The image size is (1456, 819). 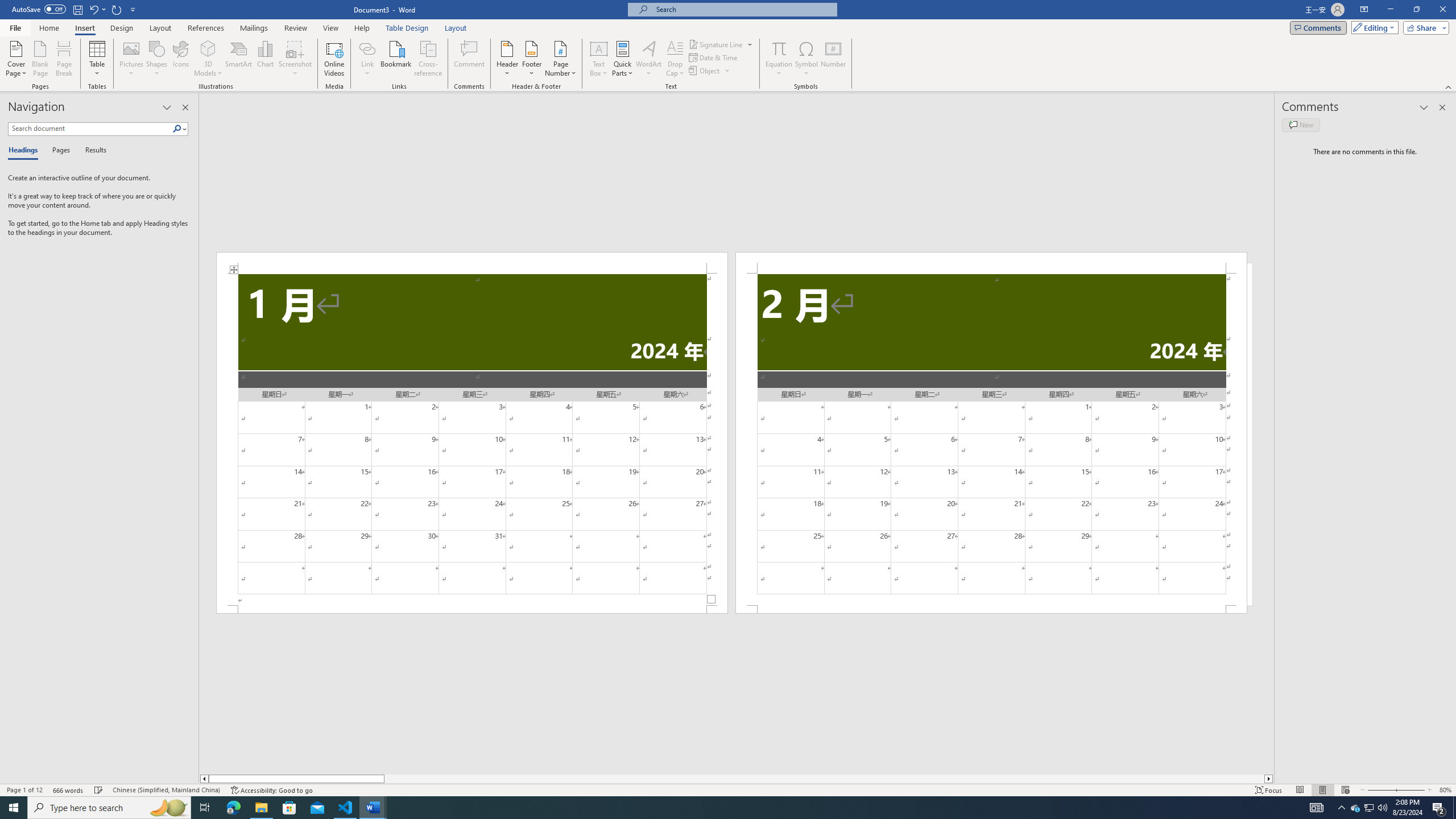 I want to click on 'Focus ', so click(x=1268, y=790).